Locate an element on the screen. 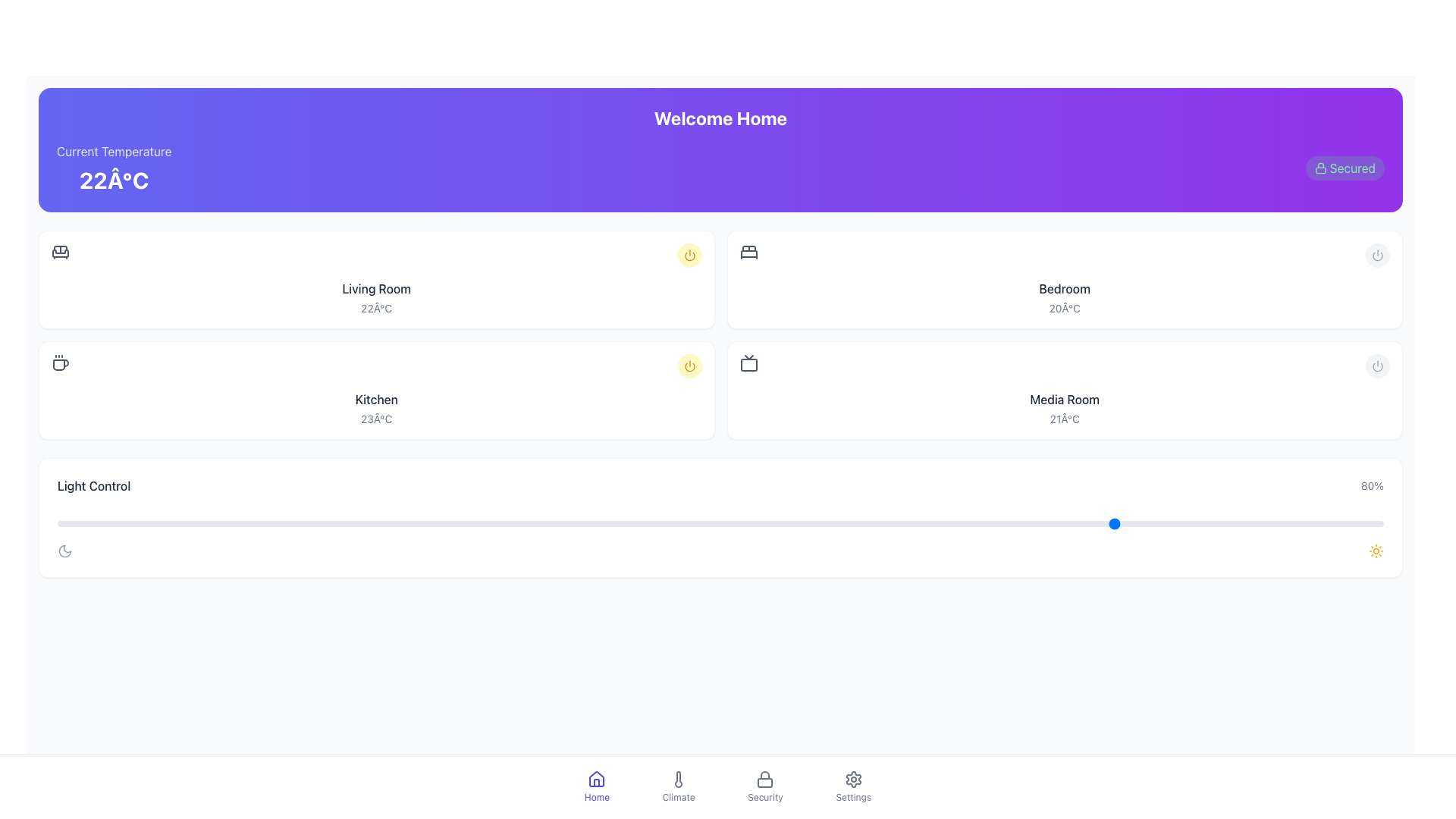 The image size is (1456, 819). the Text label that provides context for the temperature value displayed below it is located at coordinates (113, 152).